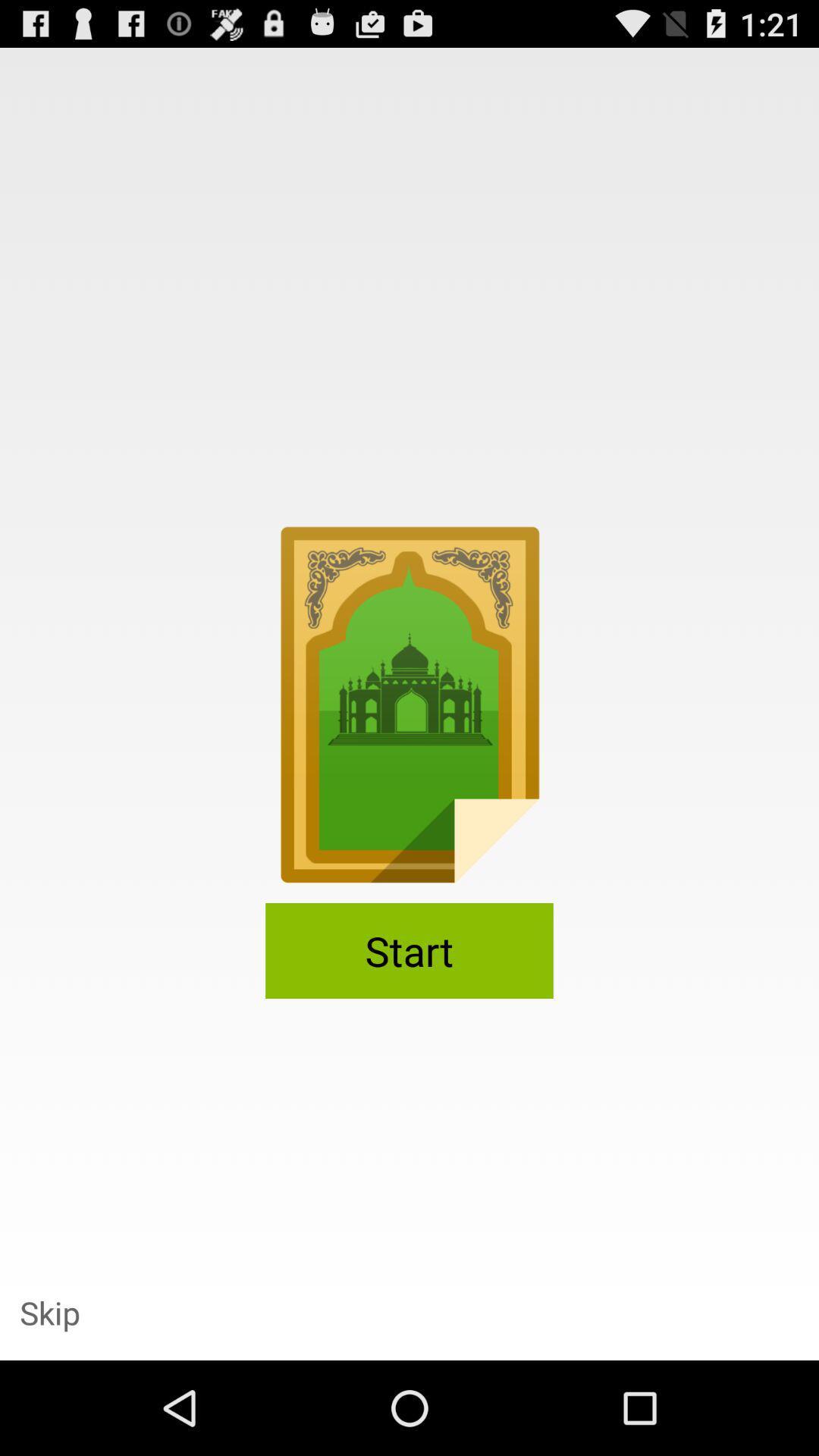  What do you see at coordinates (409, 949) in the screenshot?
I see `start item` at bounding box center [409, 949].